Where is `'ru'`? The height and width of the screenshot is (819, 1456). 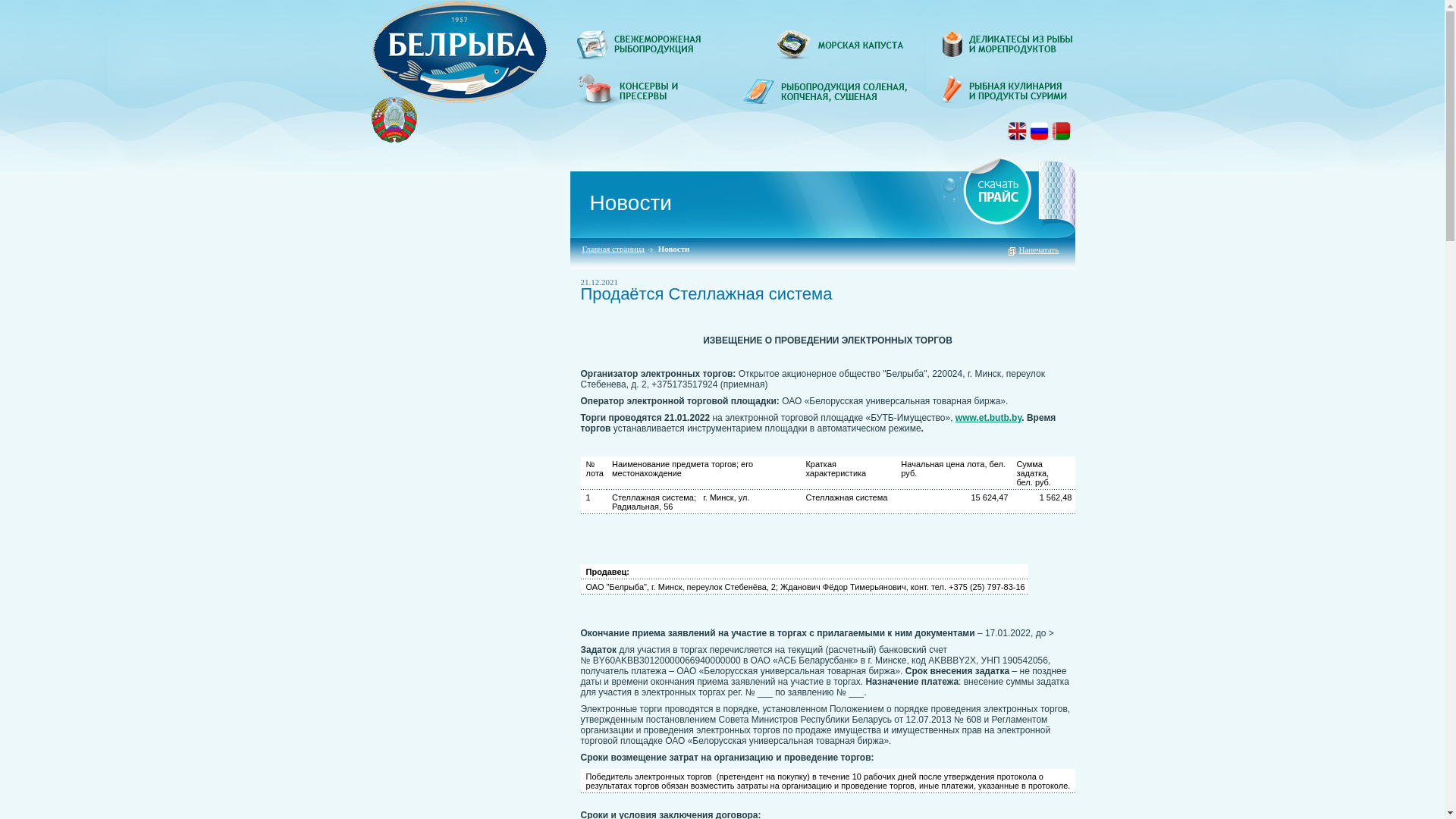
'ru' is located at coordinates (1060, 136).